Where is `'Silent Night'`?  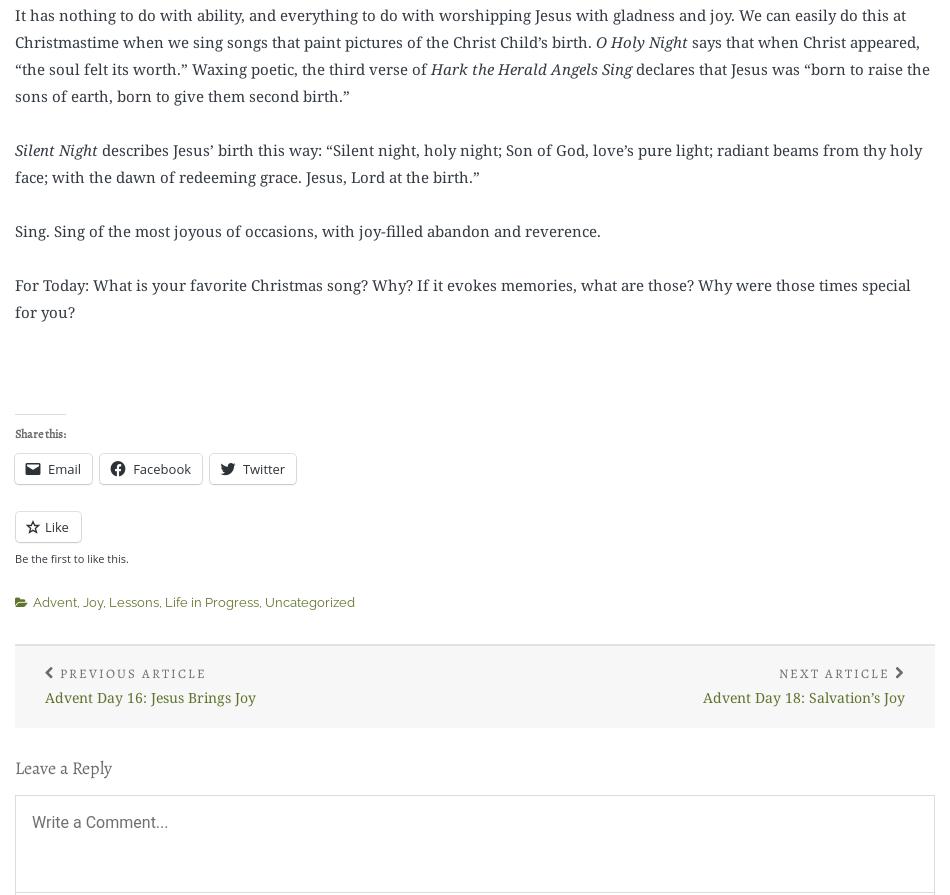
'Silent Night' is located at coordinates (56, 149).